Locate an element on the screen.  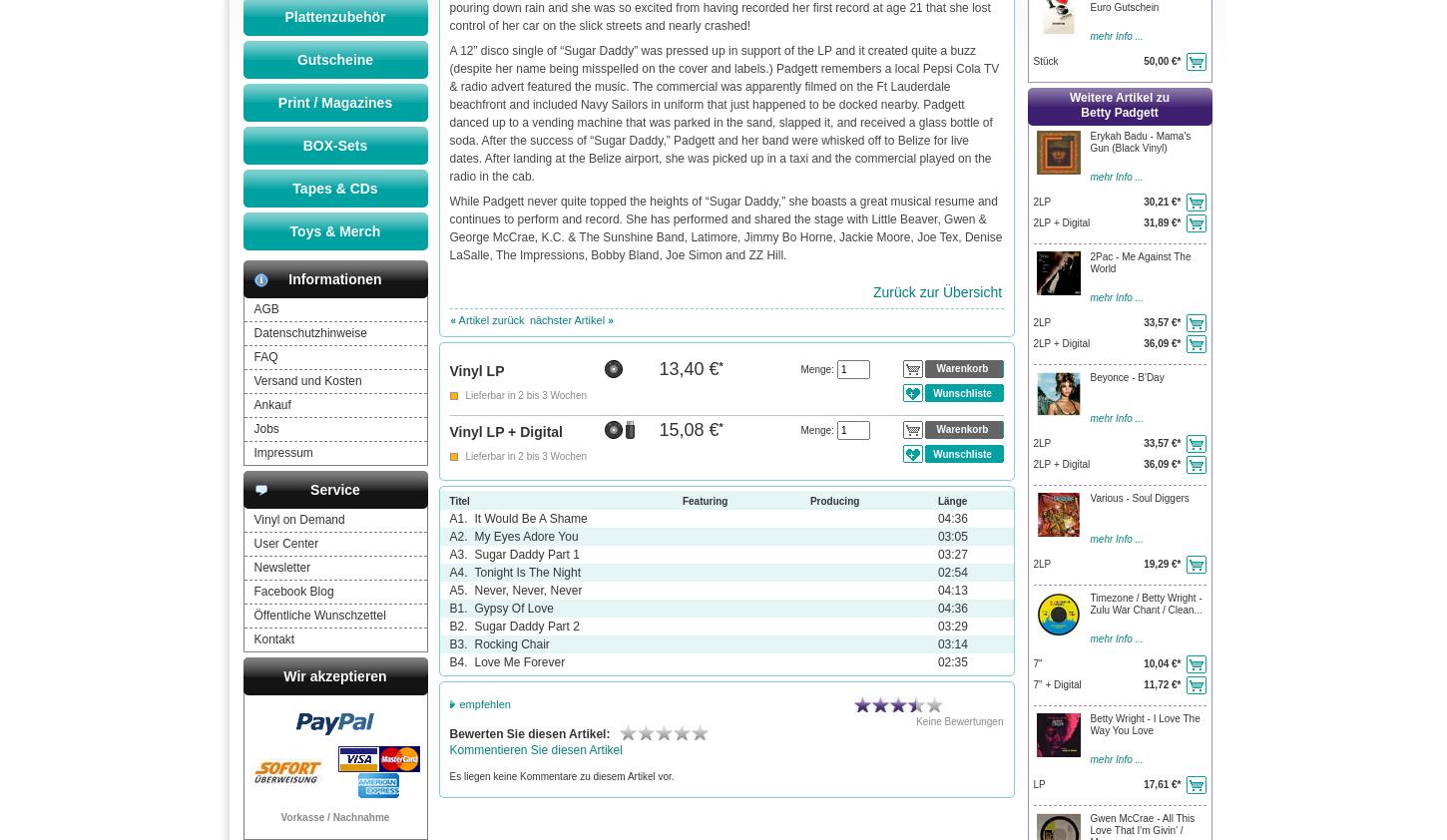
'Gutscheine' is located at coordinates (334, 59).